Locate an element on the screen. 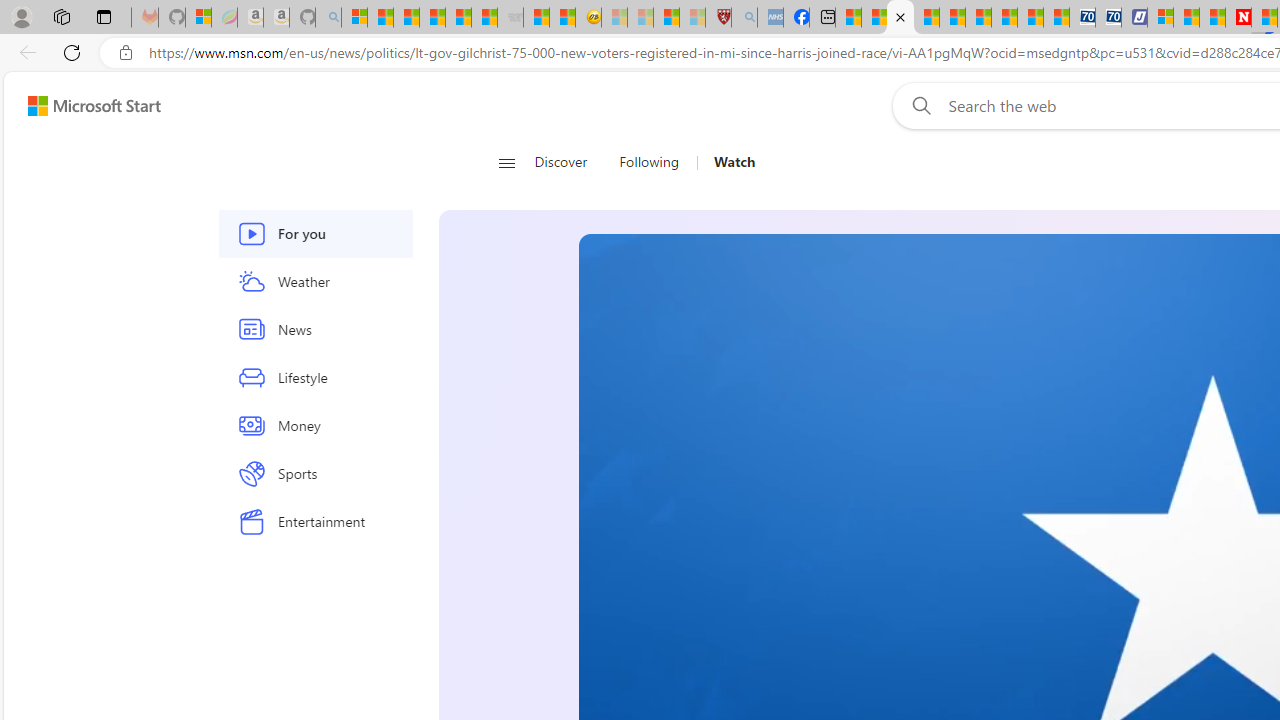 This screenshot has width=1280, height=720. '12 Popular Science Lies that Must be Corrected - Sleeping' is located at coordinates (692, 17).